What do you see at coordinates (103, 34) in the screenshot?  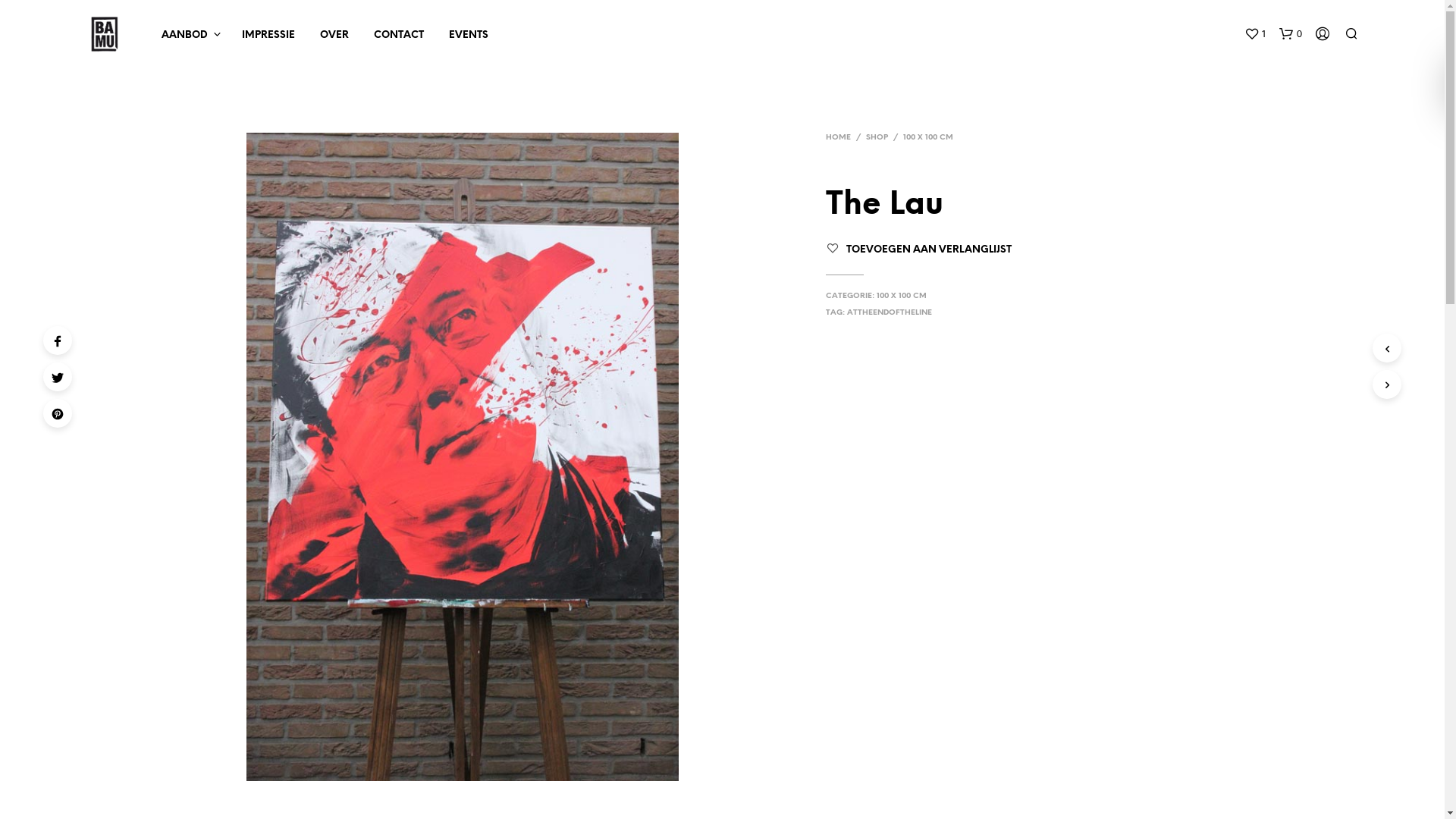 I see `'Soms retro, altijd vintage'` at bounding box center [103, 34].